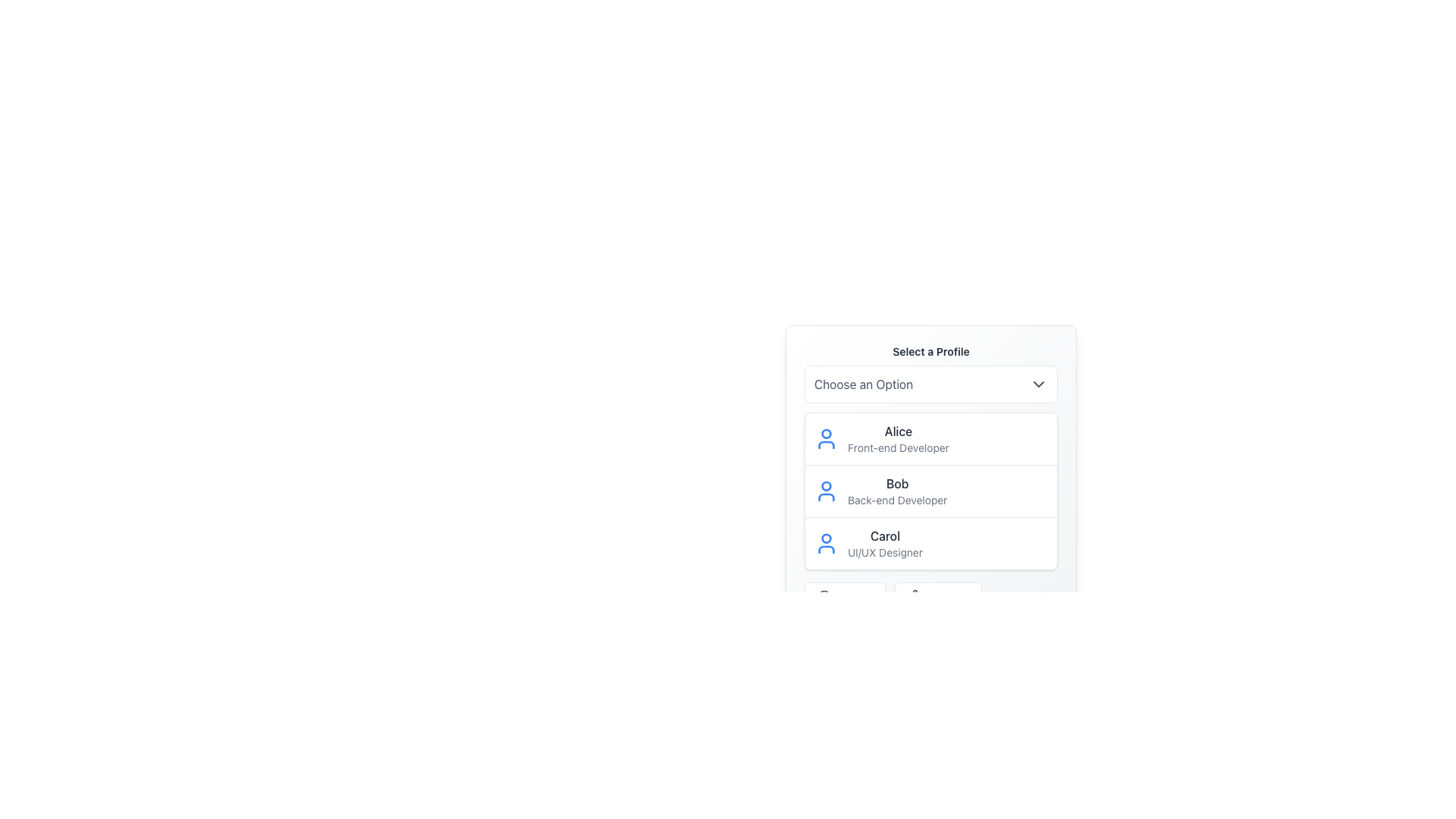 The image size is (1456, 819). I want to click on text label displaying 'Back-end Developer' located below the name 'Bob' in the second profile entry of the profile selection list, so click(897, 500).